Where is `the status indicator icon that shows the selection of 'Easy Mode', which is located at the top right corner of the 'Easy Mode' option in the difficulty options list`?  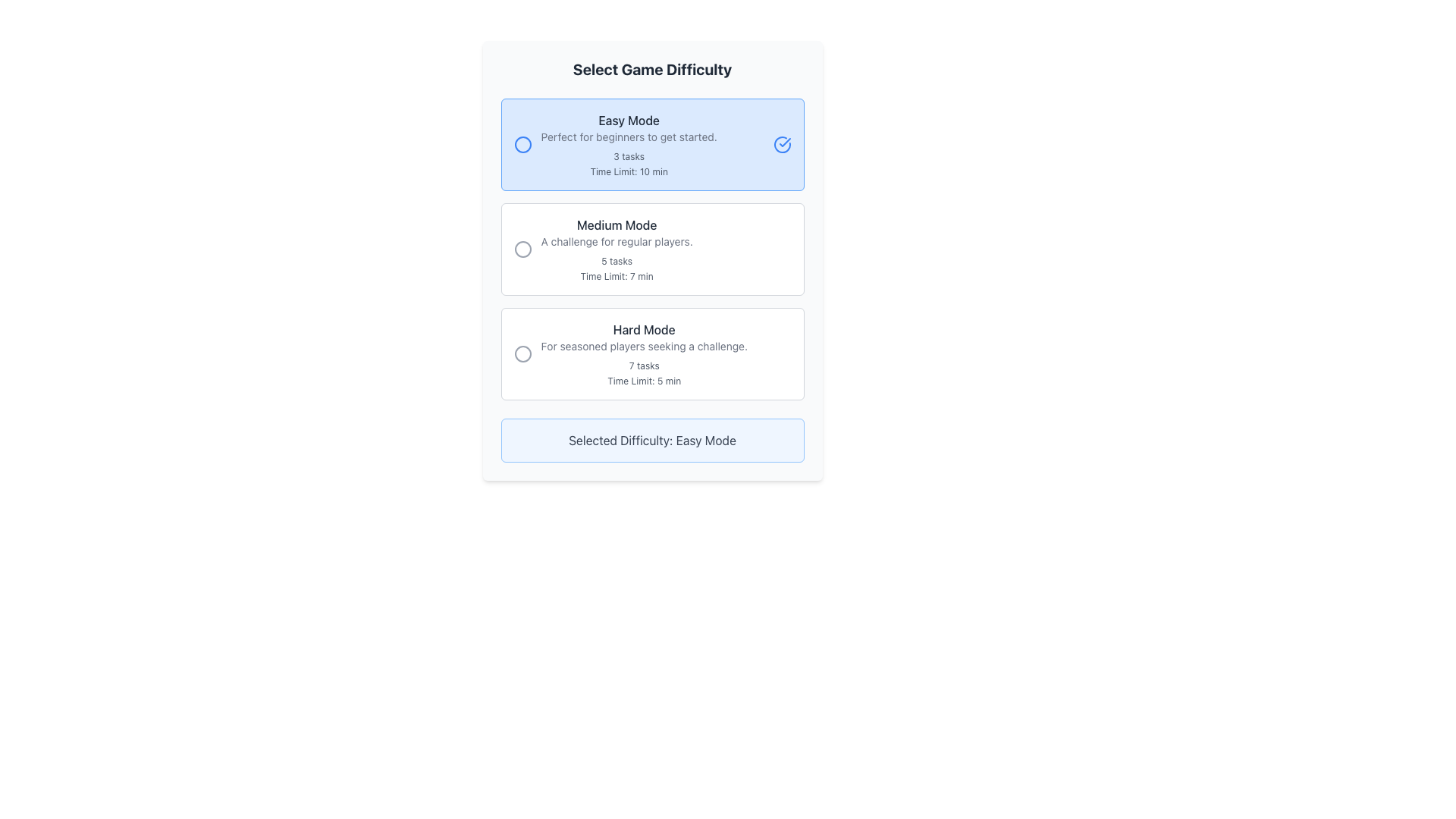
the status indicator icon that shows the selection of 'Easy Mode', which is located at the top right corner of the 'Easy Mode' option in the difficulty options list is located at coordinates (782, 145).